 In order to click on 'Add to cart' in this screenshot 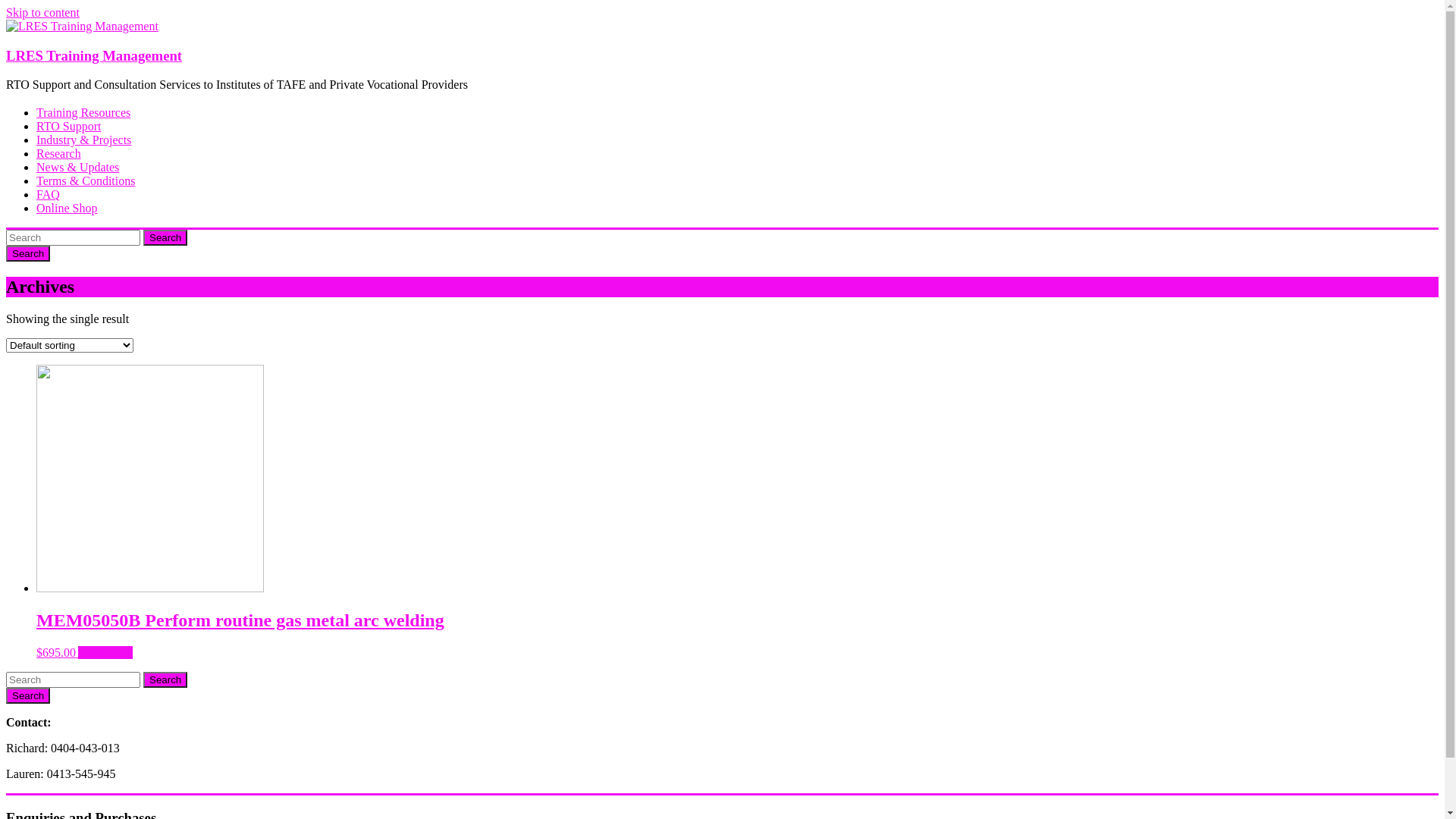, I will do `click(105, 651)`.